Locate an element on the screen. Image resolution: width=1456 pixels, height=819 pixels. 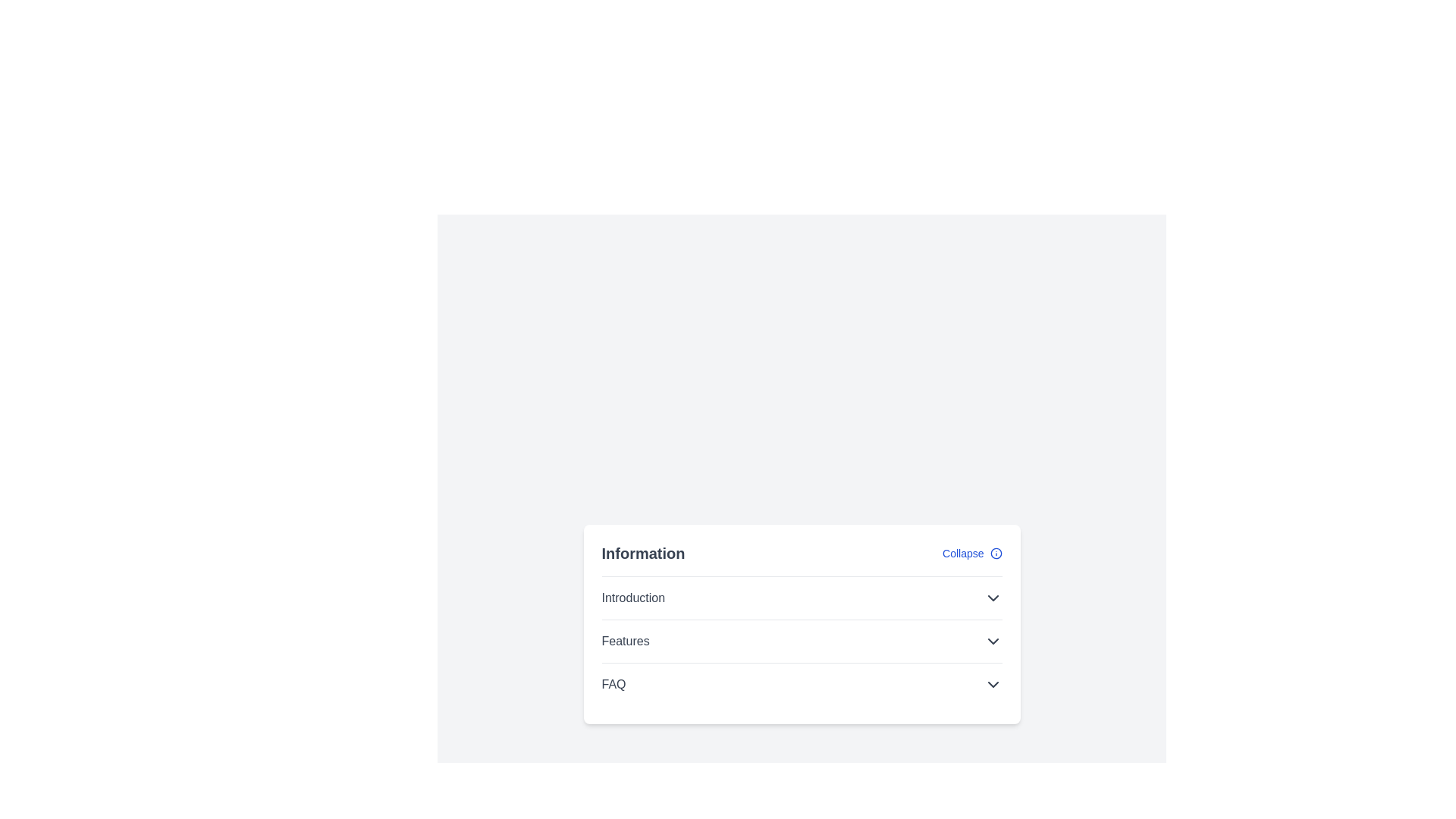
the chevron SVG icon located at the rightmost end of the 'Features' row is located at coordinates (993, 641).